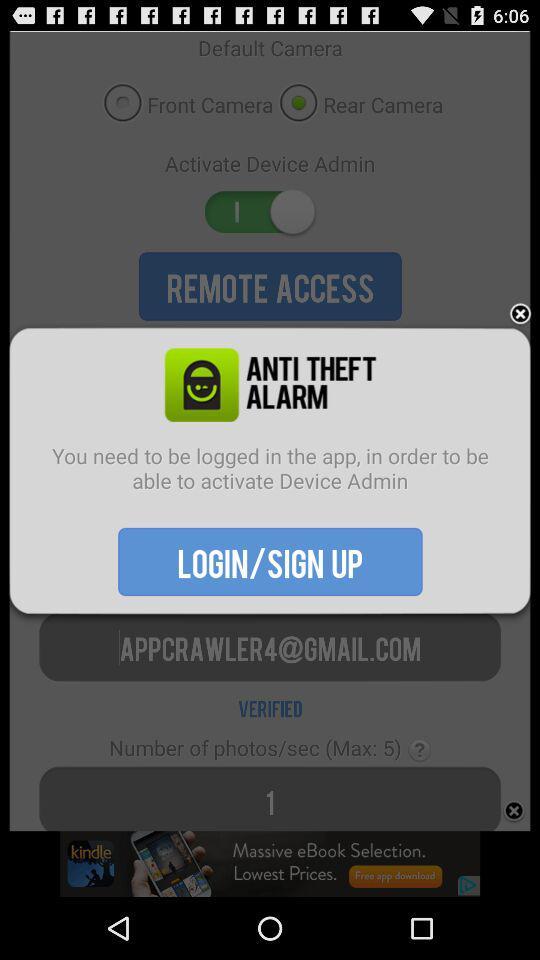 The image size is (540, 960). Describe the element at coordinates (520, 314) in the screenshot. I see `exit pop-up option` at that location.